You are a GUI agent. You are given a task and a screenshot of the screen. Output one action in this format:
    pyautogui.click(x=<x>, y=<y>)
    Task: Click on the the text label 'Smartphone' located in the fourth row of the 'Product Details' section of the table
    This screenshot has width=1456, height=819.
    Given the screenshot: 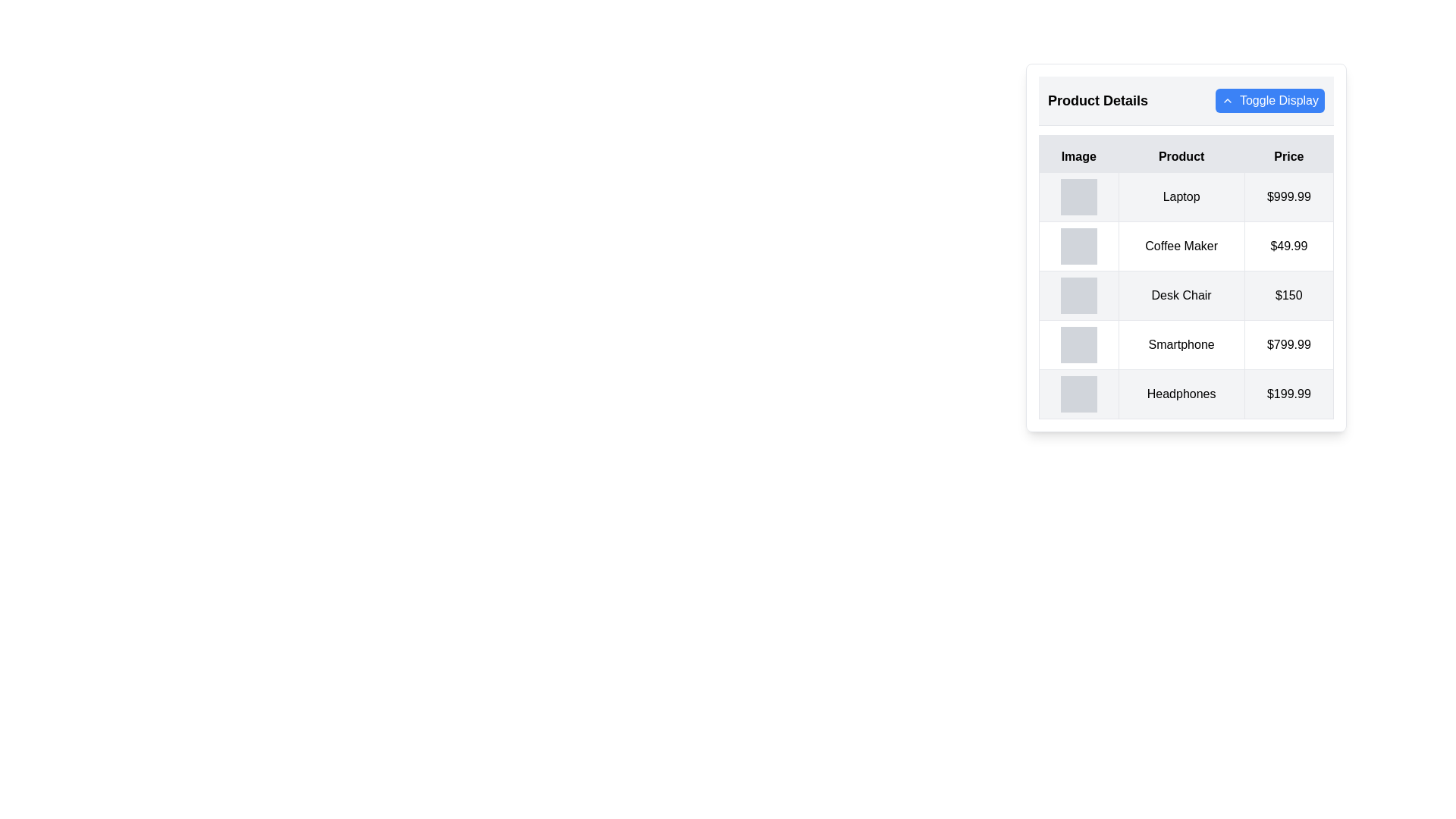 What is the action you would take?
    pyautogui.click(x=1181, y=345)
    